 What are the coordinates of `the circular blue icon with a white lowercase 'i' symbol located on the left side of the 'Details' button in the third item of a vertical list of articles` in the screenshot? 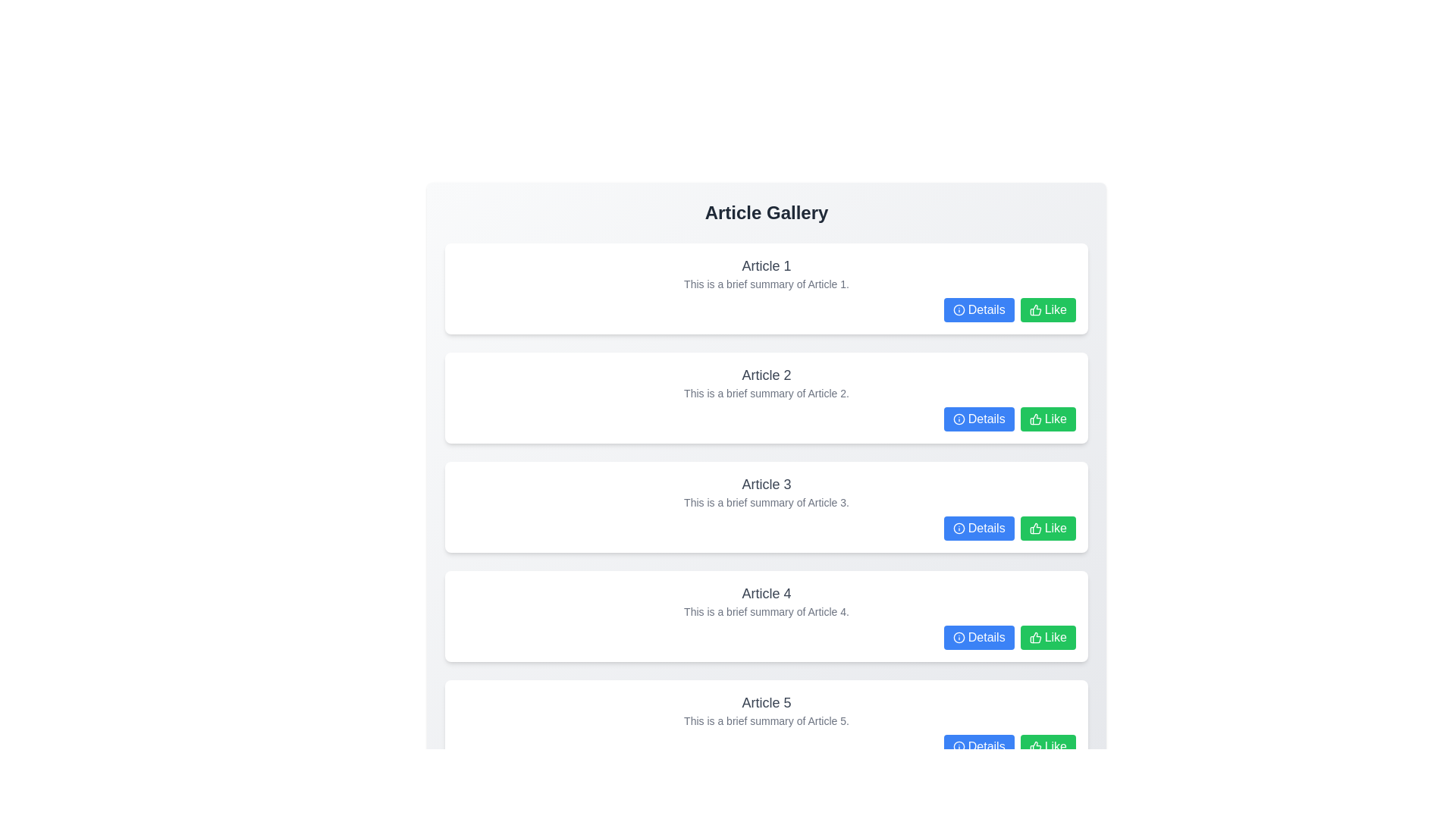 It's located at (958, 528).